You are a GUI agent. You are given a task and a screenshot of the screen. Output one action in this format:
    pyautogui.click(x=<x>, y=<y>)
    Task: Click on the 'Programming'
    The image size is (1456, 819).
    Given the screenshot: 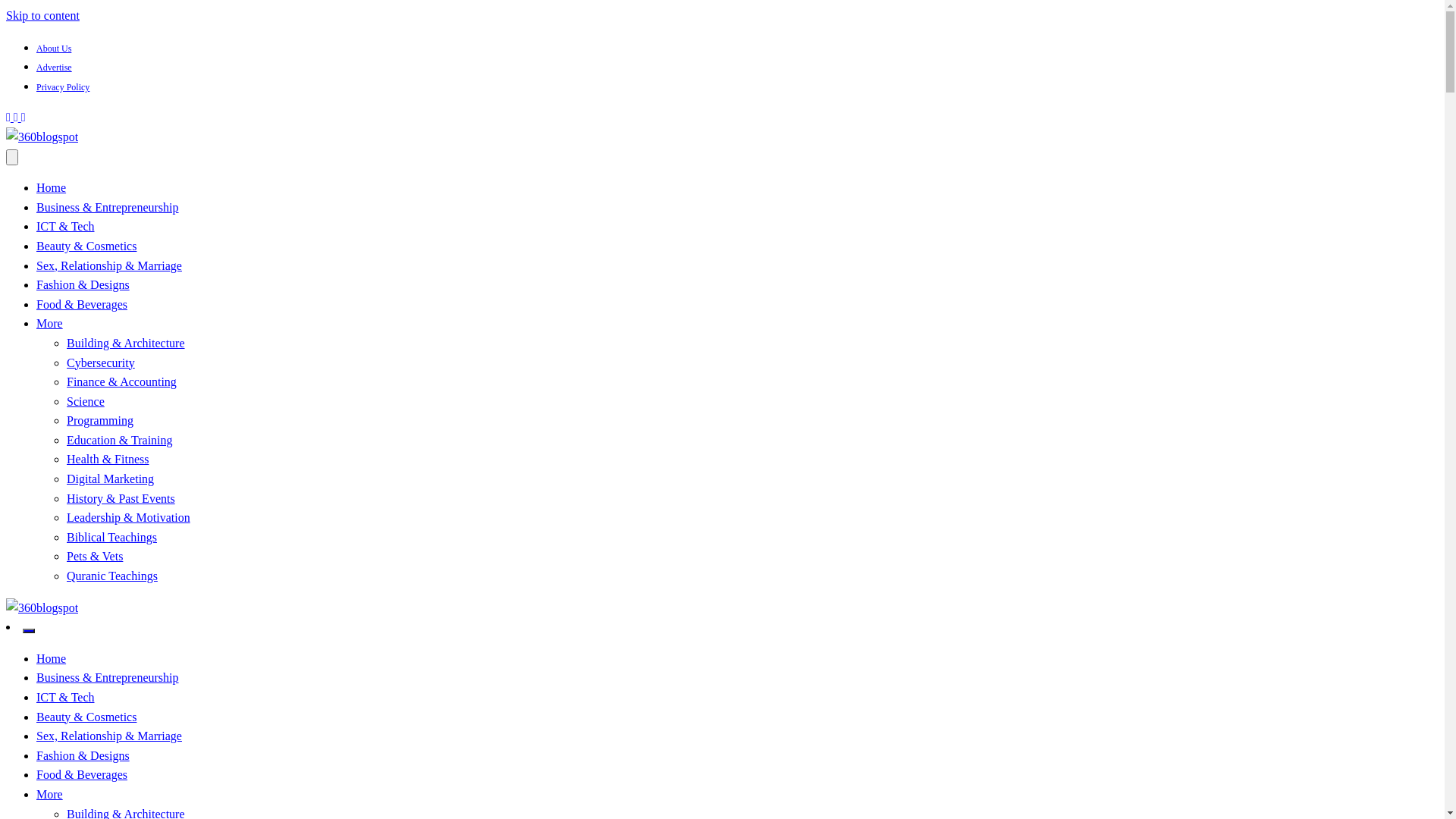 What is the action you would take?
    pyautogui.click(x=99, y=420)
    